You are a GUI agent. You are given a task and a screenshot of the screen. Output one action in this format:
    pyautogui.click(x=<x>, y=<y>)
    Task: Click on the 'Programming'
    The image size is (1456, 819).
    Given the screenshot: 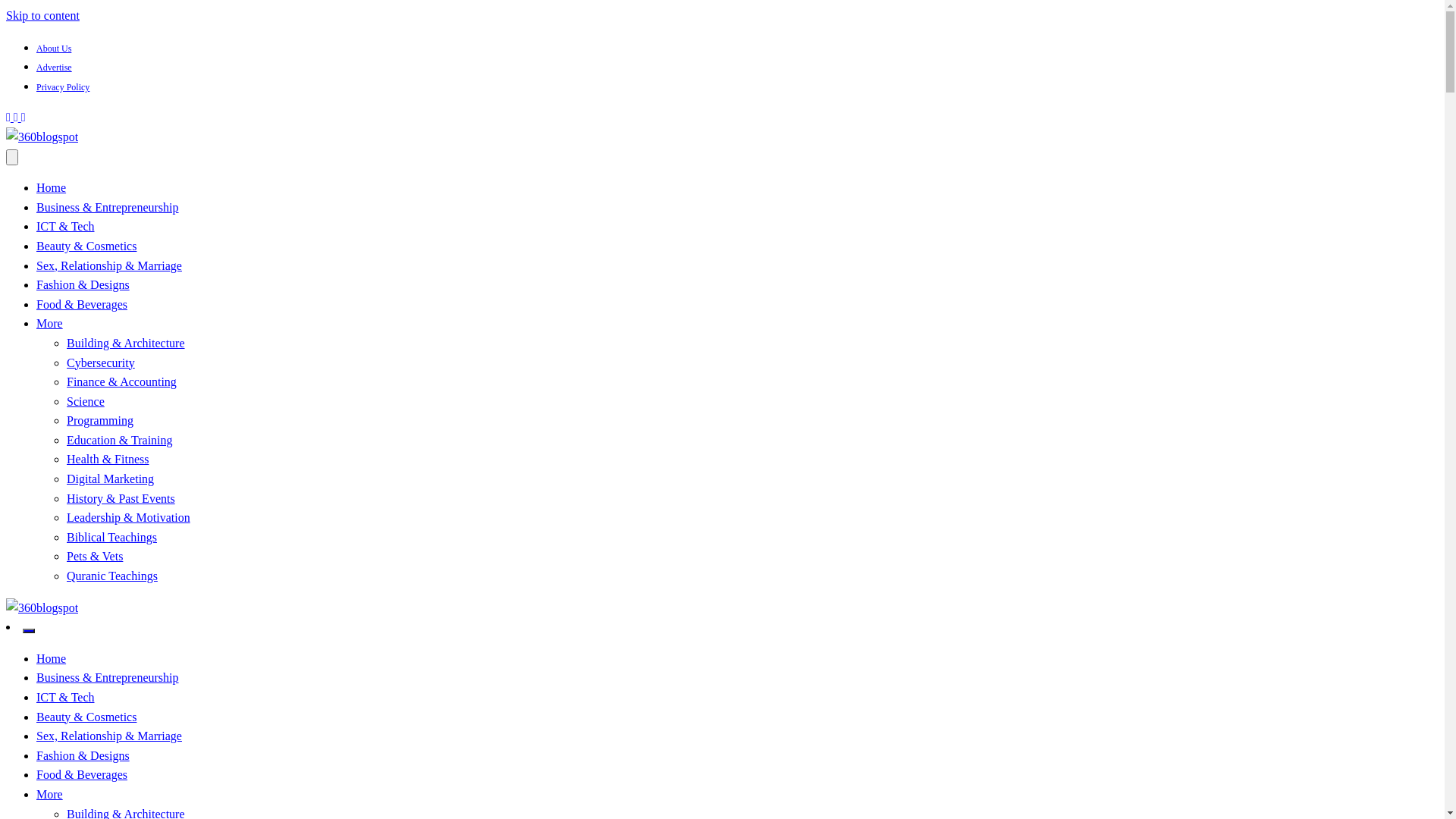 What is the action you would take?
    pyautogui.click(x=99, y=420)
    